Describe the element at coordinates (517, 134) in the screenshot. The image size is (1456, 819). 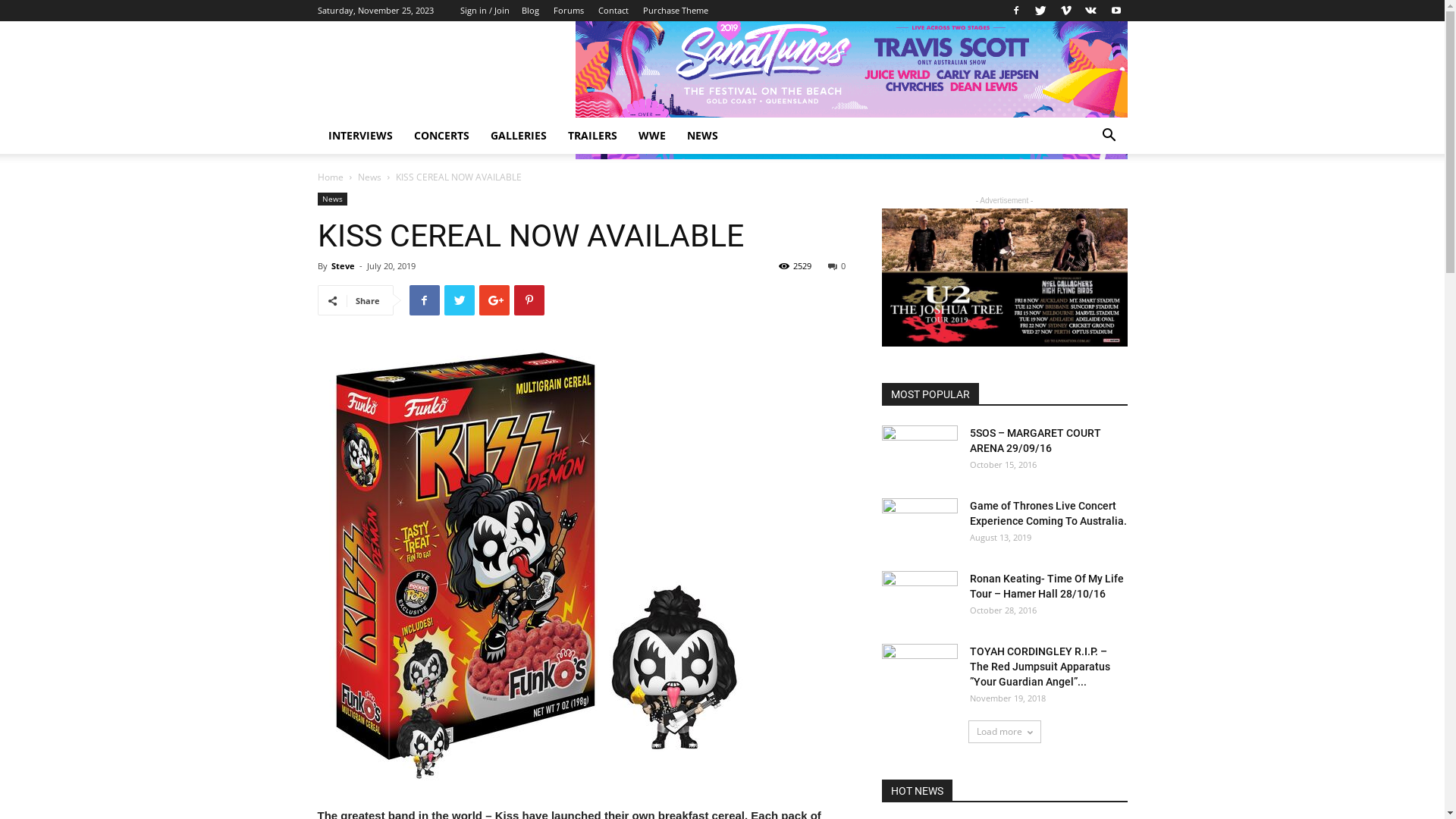
I see `'GALLERIES'` at that location.